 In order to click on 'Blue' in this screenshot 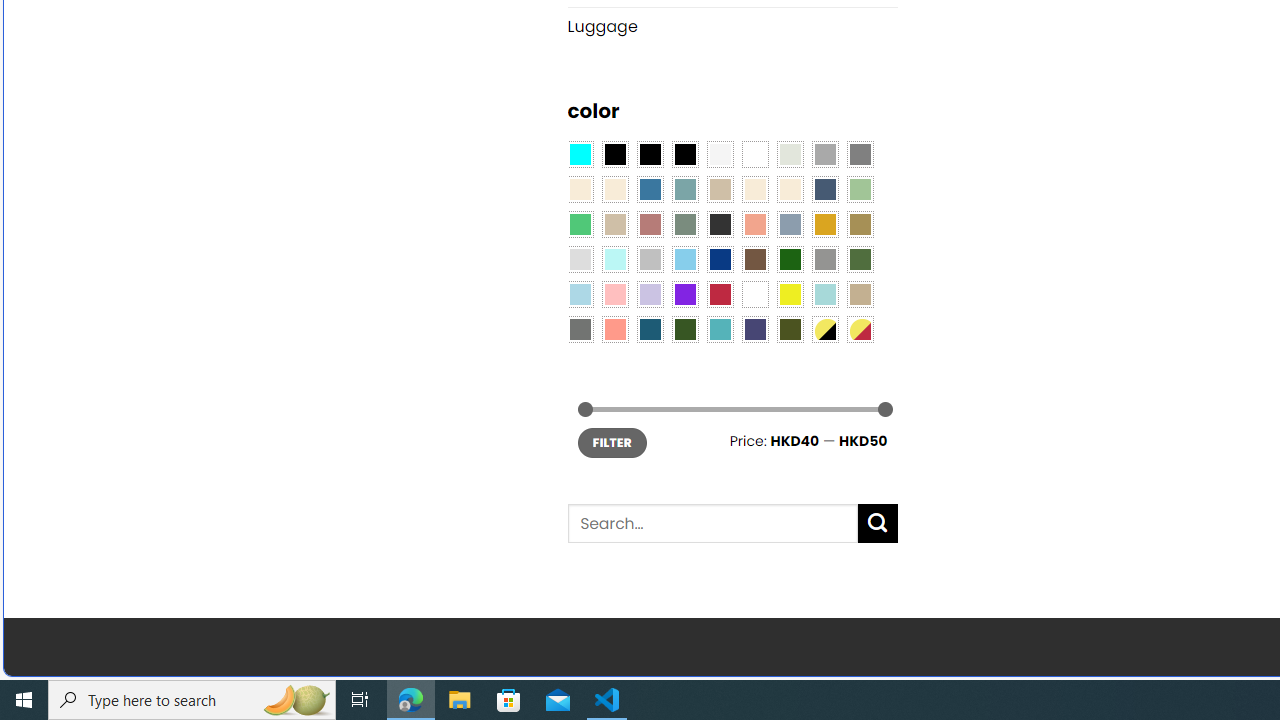, I will do `click(650, 190)`.